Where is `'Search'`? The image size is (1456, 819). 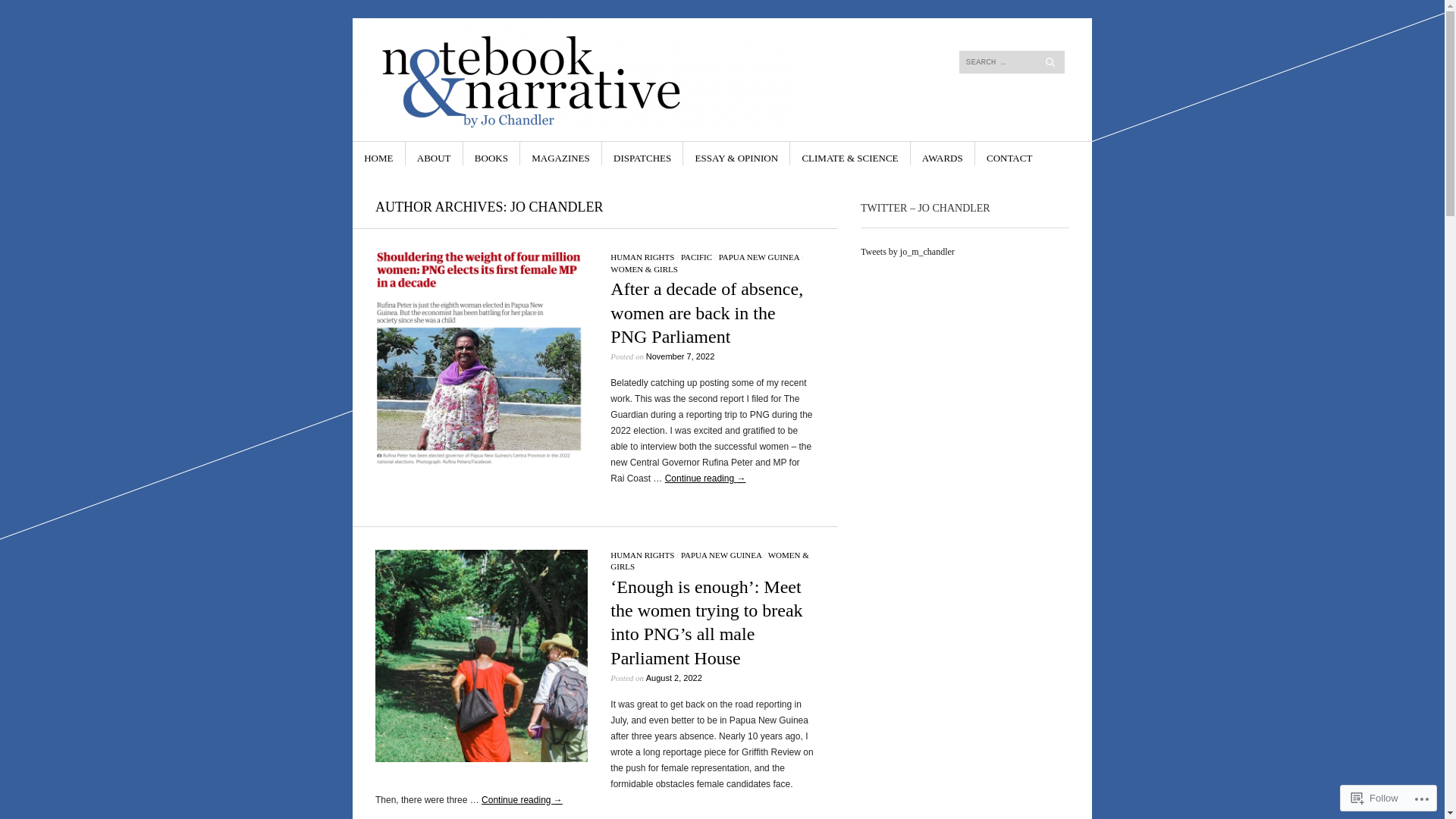 'Search' is located at coordinates (86, 11).